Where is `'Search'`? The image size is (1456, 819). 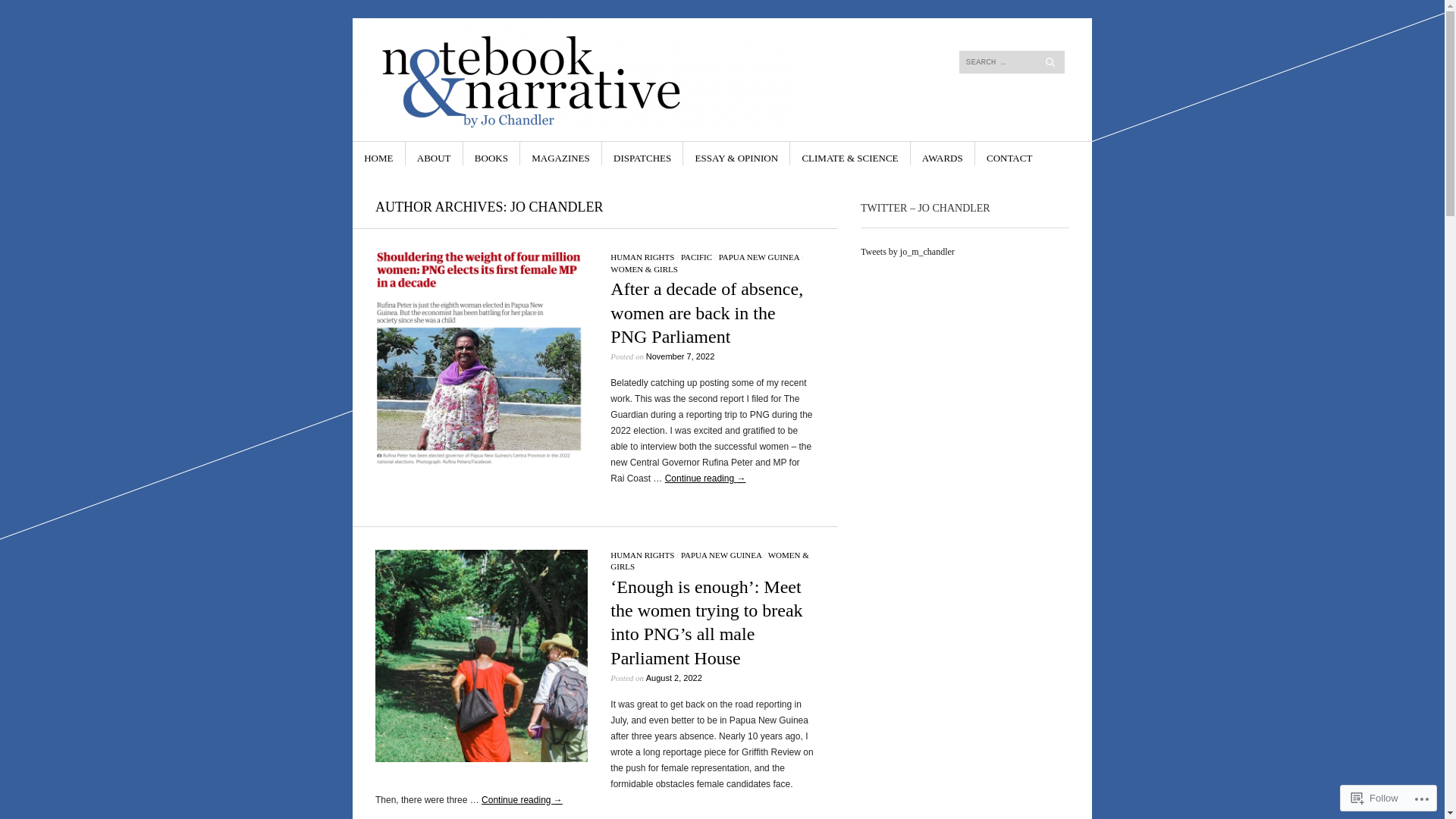 'Search' is located at coordinates (86, 11).